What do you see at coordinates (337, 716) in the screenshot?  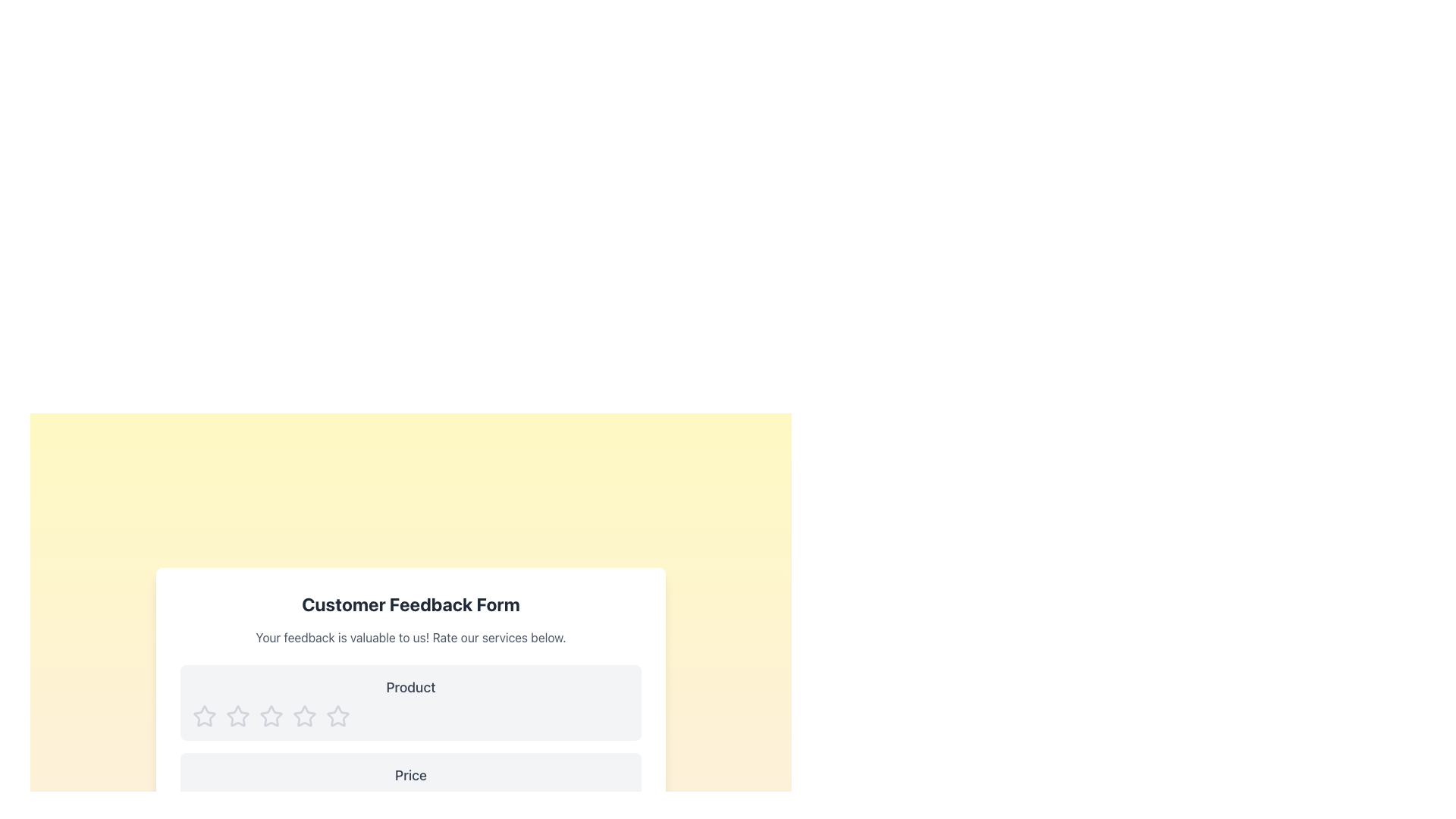 I see `the fourth unselected rating star icon in the Product rating section` at bounding box center [337, 716].